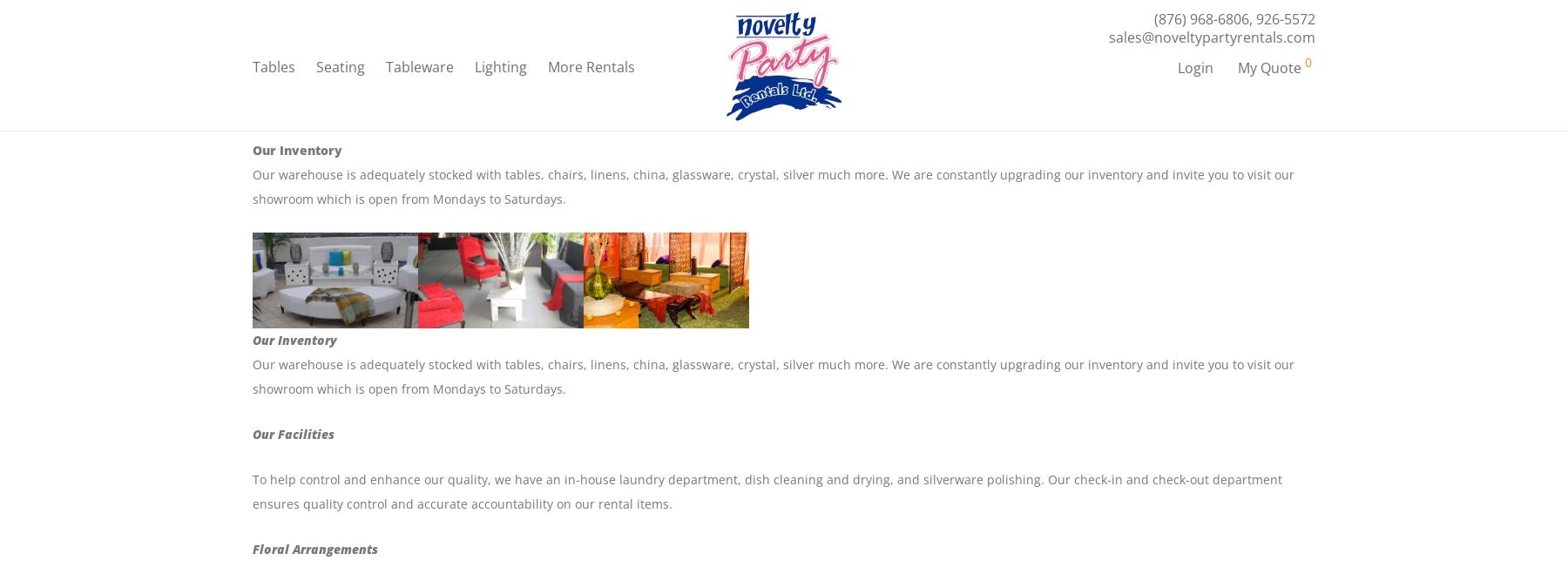  What do you see at coordinates (590, 69) in the screenshot?
I see `'More Rentals'` at bounding box center [590, 69].